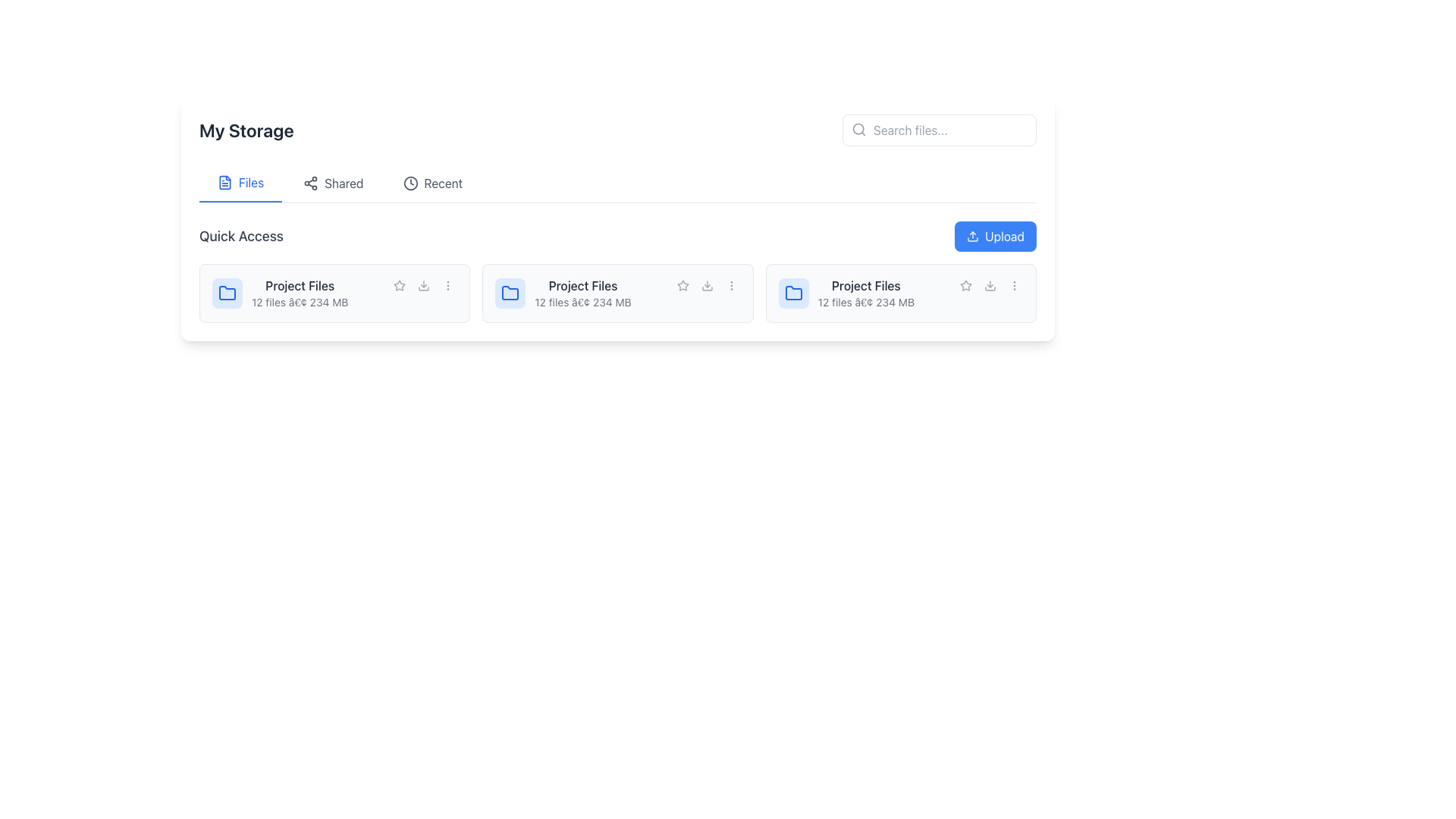 The height and width of the screenshot is (819, 1456). I want to click on the first clickable card representing a folder in the 'Quick Access' section of the My Storage interface, so click(334, 293).